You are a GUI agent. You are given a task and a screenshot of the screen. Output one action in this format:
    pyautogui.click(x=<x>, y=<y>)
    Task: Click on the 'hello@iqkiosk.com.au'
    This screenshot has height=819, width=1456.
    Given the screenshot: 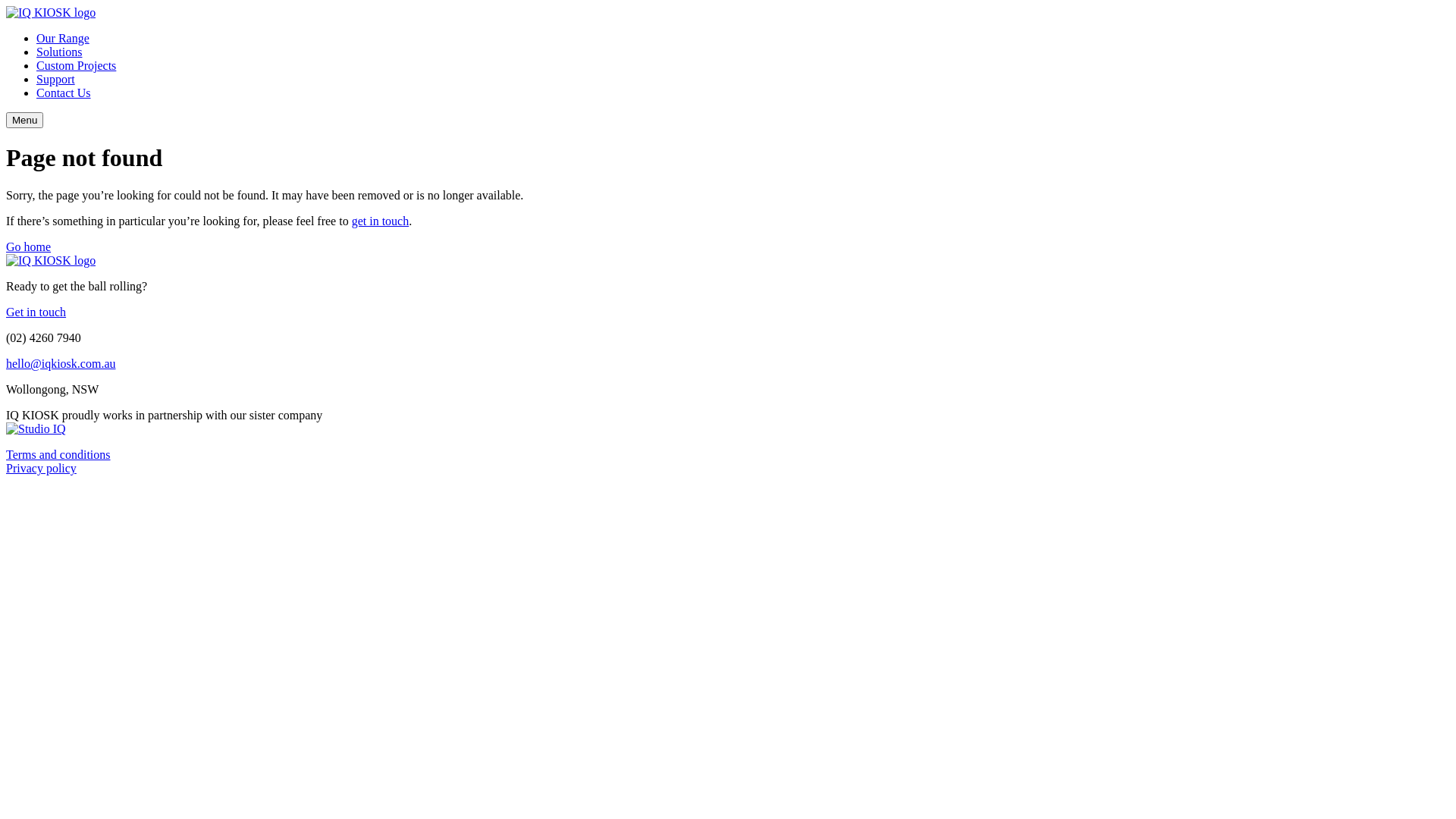 What is the action you would take?
    pyautogui.click(x=61, y=363)
    